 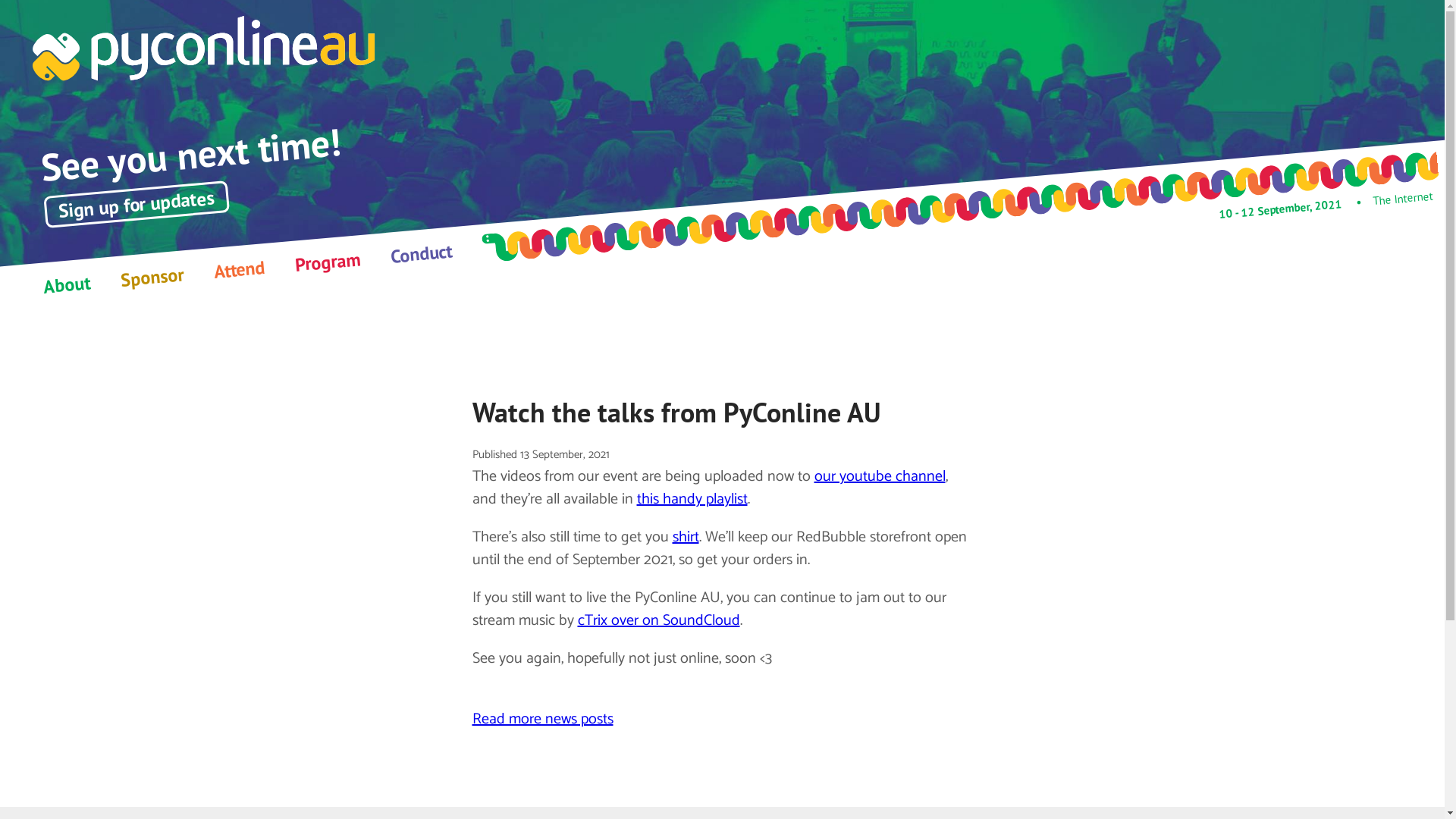 What do you see at coordinates (64, 282) in the screenshot?
I see `'About'` at bounding box center [64, 282].